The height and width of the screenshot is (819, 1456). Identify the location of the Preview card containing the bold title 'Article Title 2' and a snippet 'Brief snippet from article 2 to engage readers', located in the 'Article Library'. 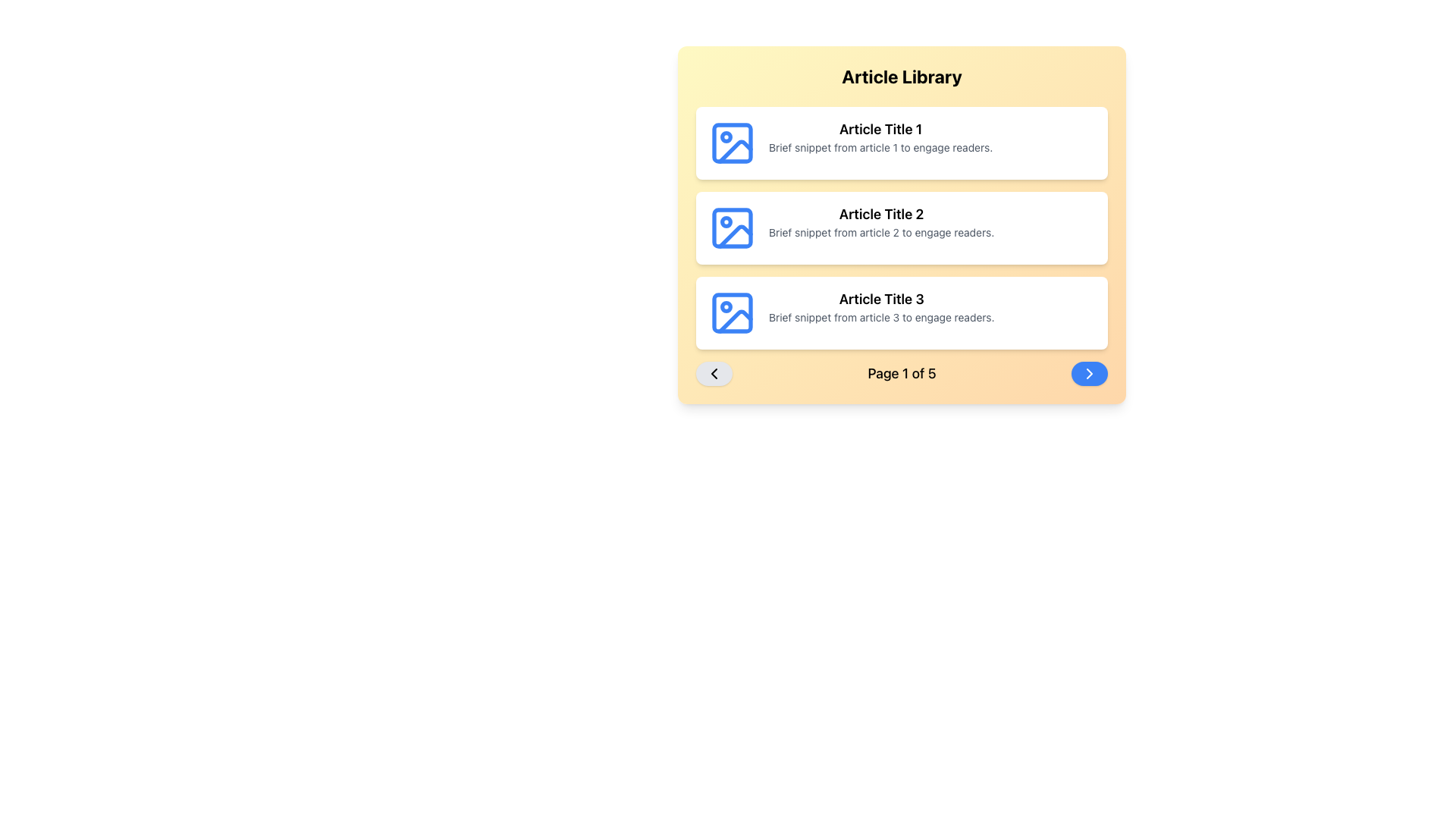
(902, 227).